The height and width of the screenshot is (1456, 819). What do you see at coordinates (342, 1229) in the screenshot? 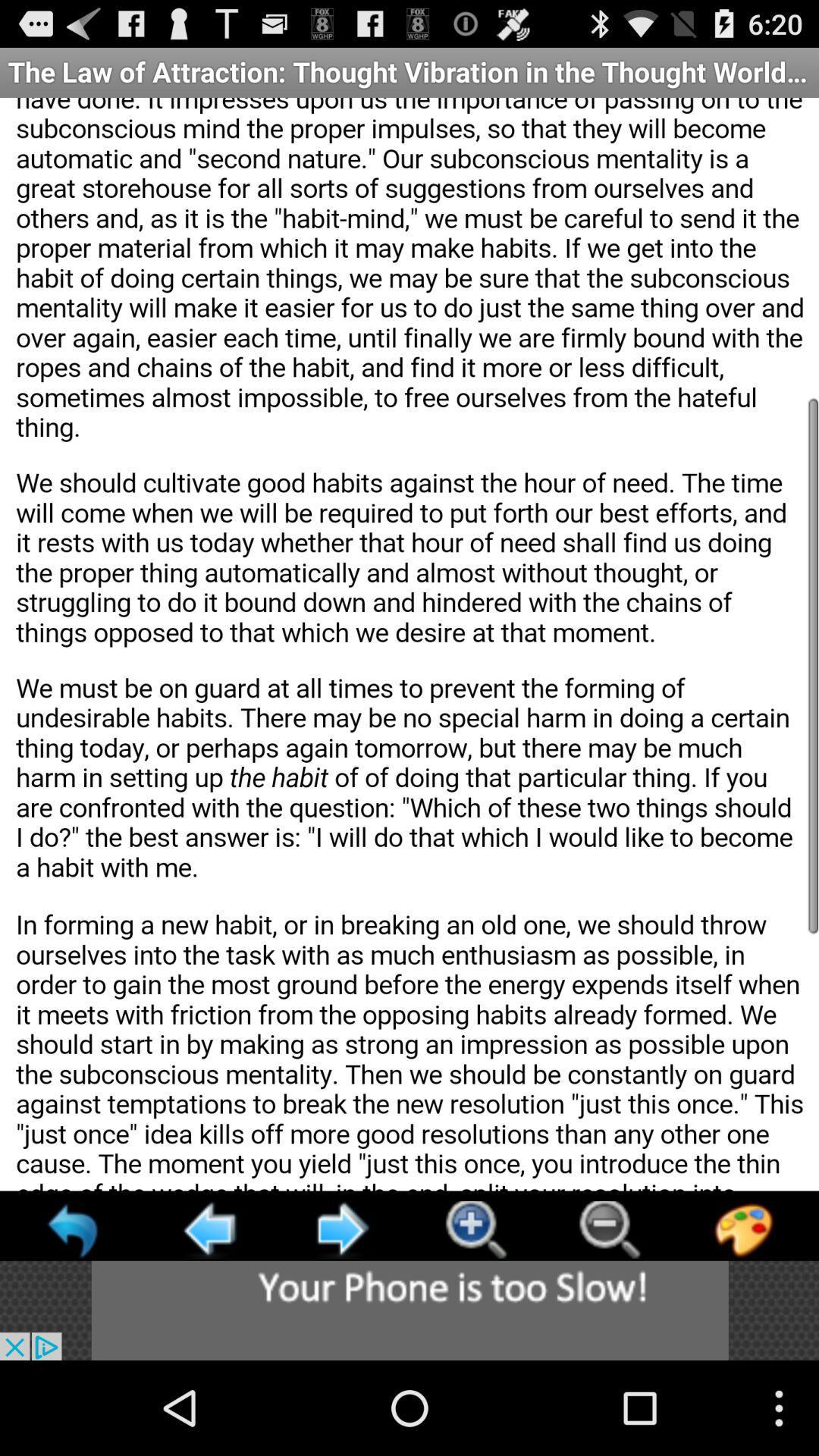
I see `go forward` at bounding box center [342, 1229].